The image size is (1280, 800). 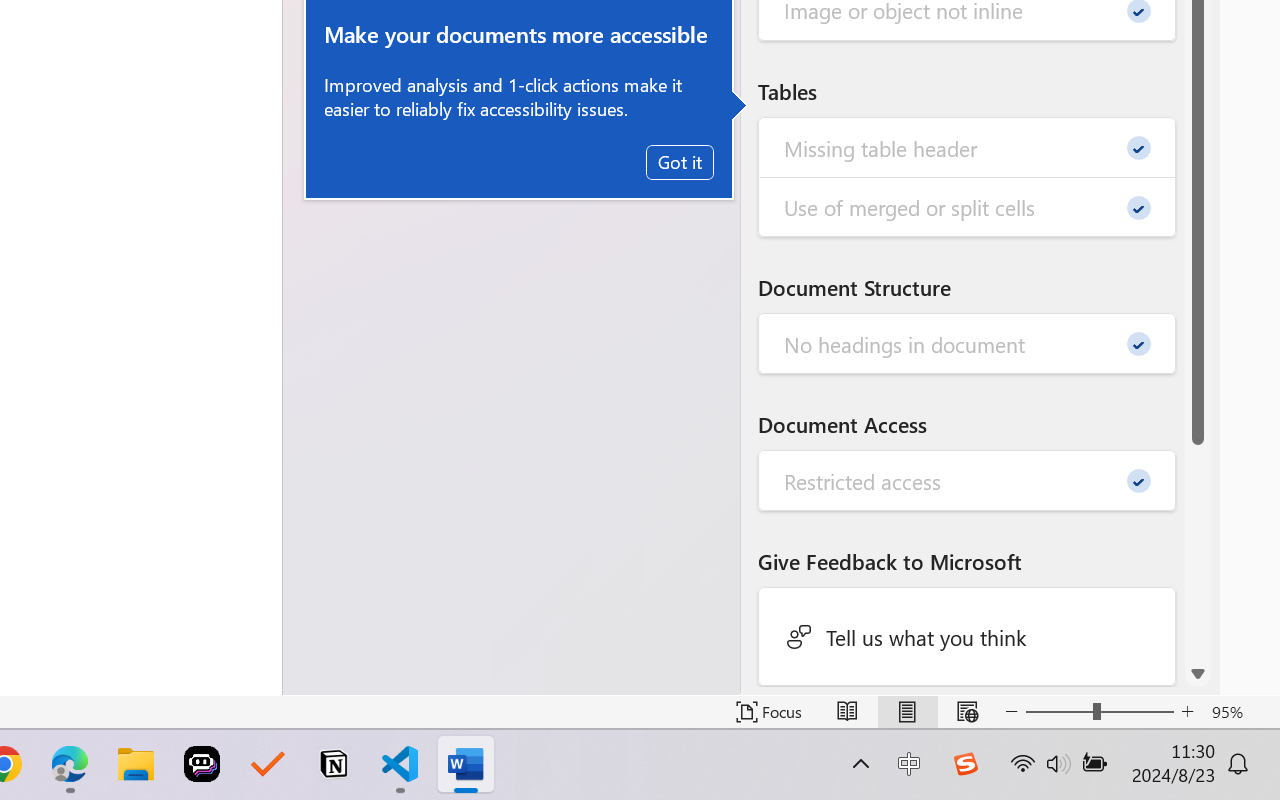 I want to click on 'Use of merged or split cells - 0', so click(x=967, y=206).